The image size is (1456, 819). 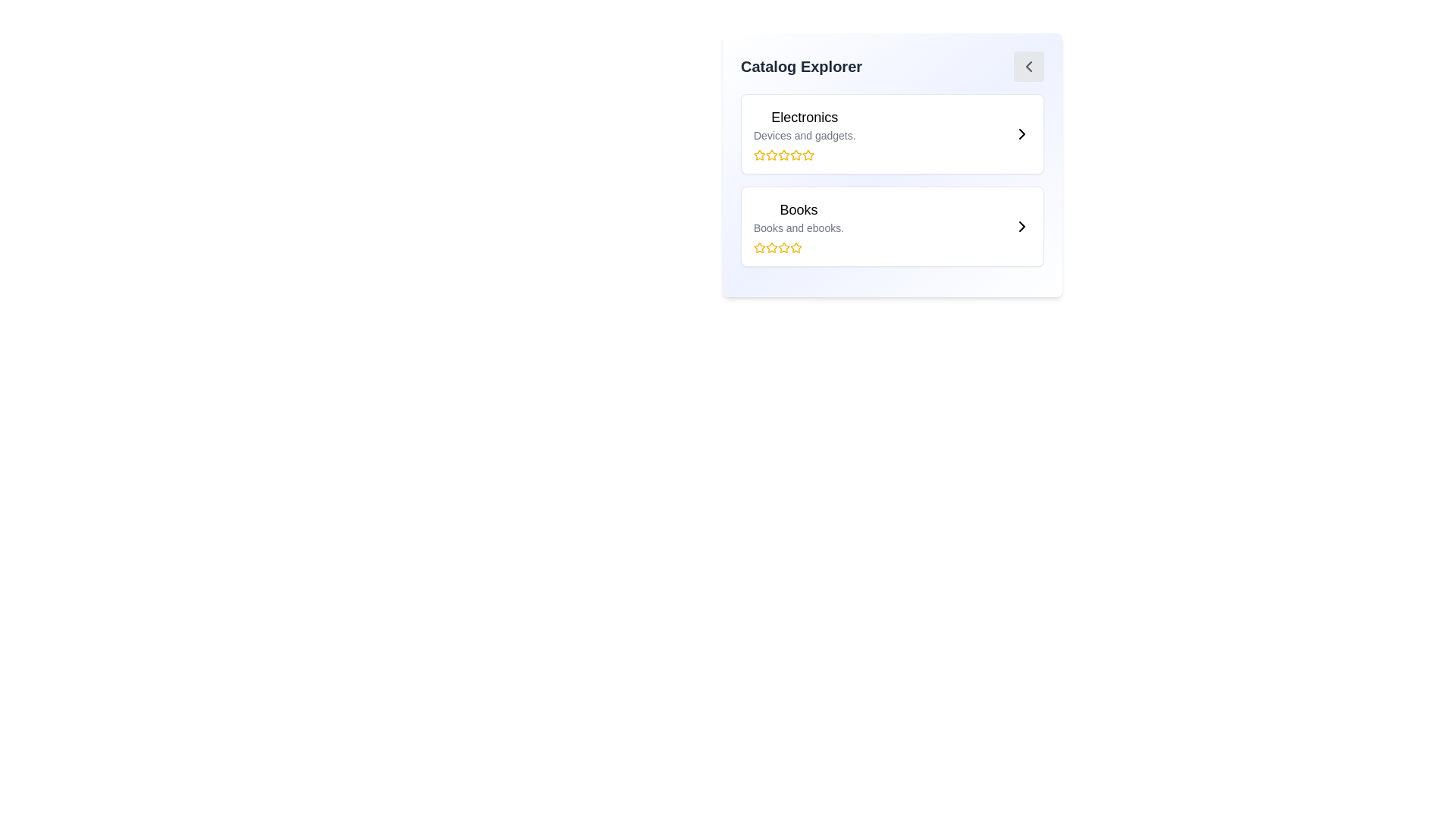 I want to click on the fourth star icon representing the rating element under the 'Electronics' category, so click(x=795, y=155).